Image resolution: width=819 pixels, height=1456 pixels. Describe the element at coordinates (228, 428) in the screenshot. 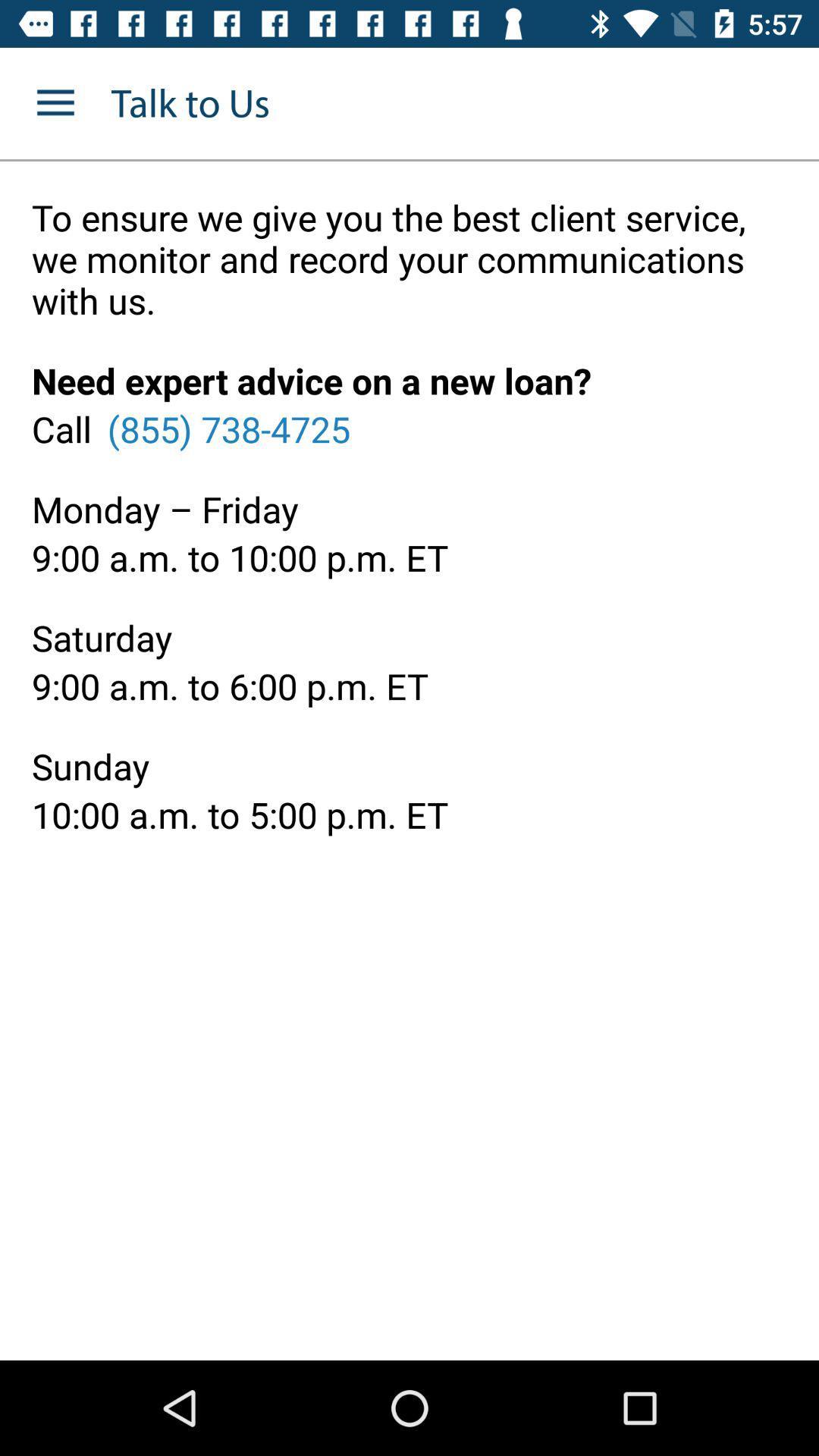

I see `the (855) 738-4725 item` at that location.